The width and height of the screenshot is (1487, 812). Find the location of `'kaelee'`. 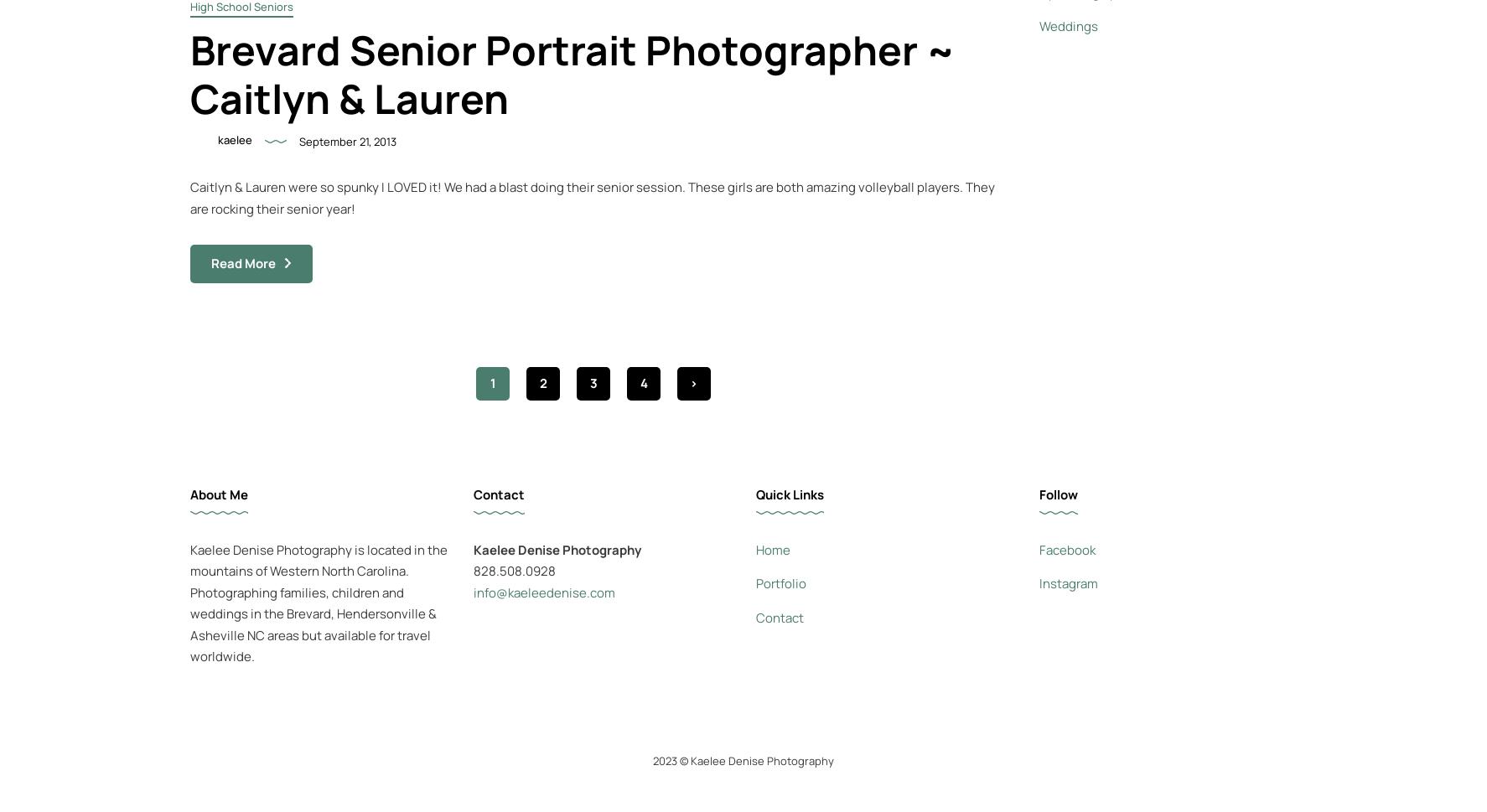

'kaelee' is located at coordinates (234, 138).